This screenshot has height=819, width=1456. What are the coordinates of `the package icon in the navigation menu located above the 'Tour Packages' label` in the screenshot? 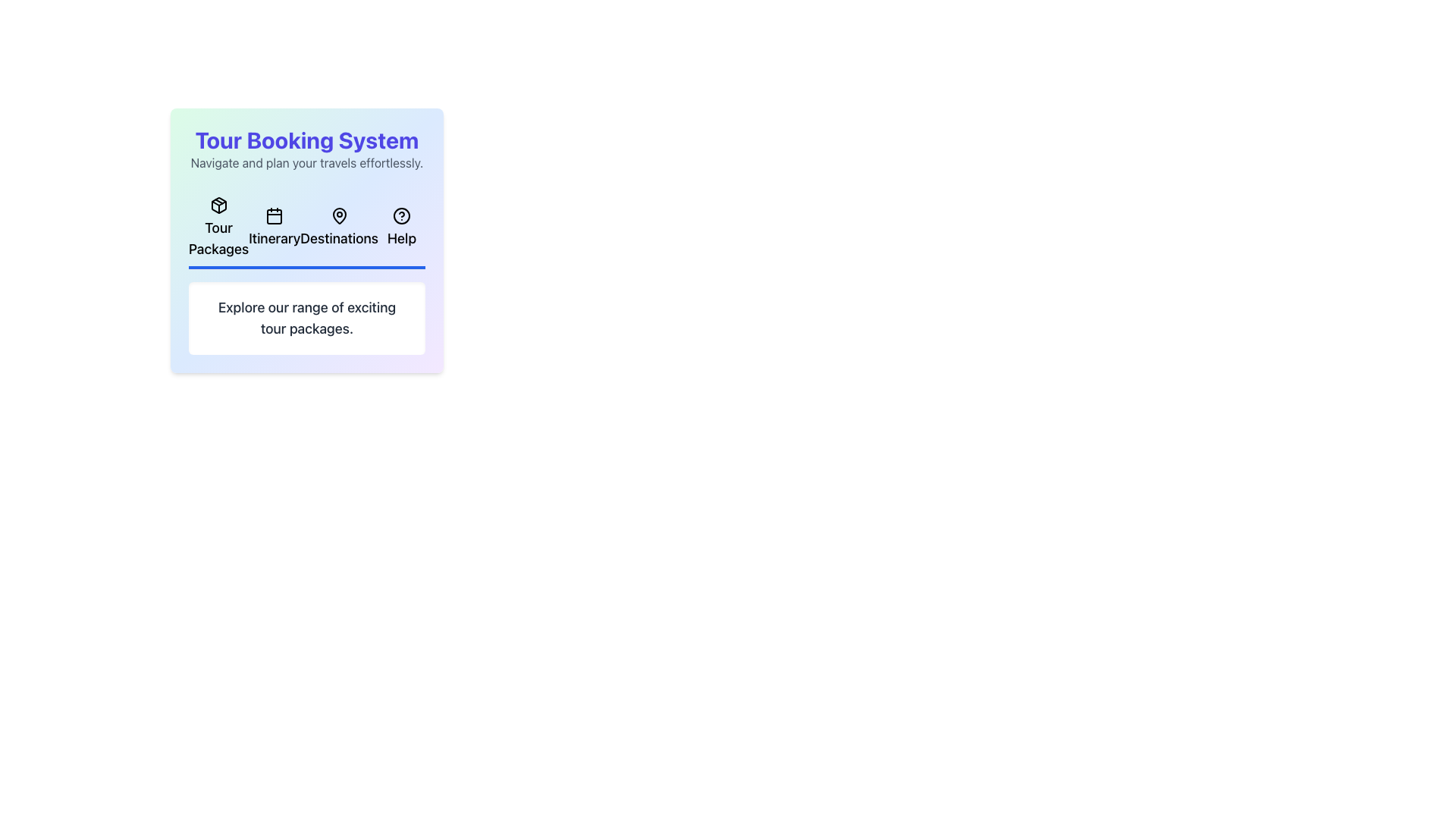 It's located at (218, 205).